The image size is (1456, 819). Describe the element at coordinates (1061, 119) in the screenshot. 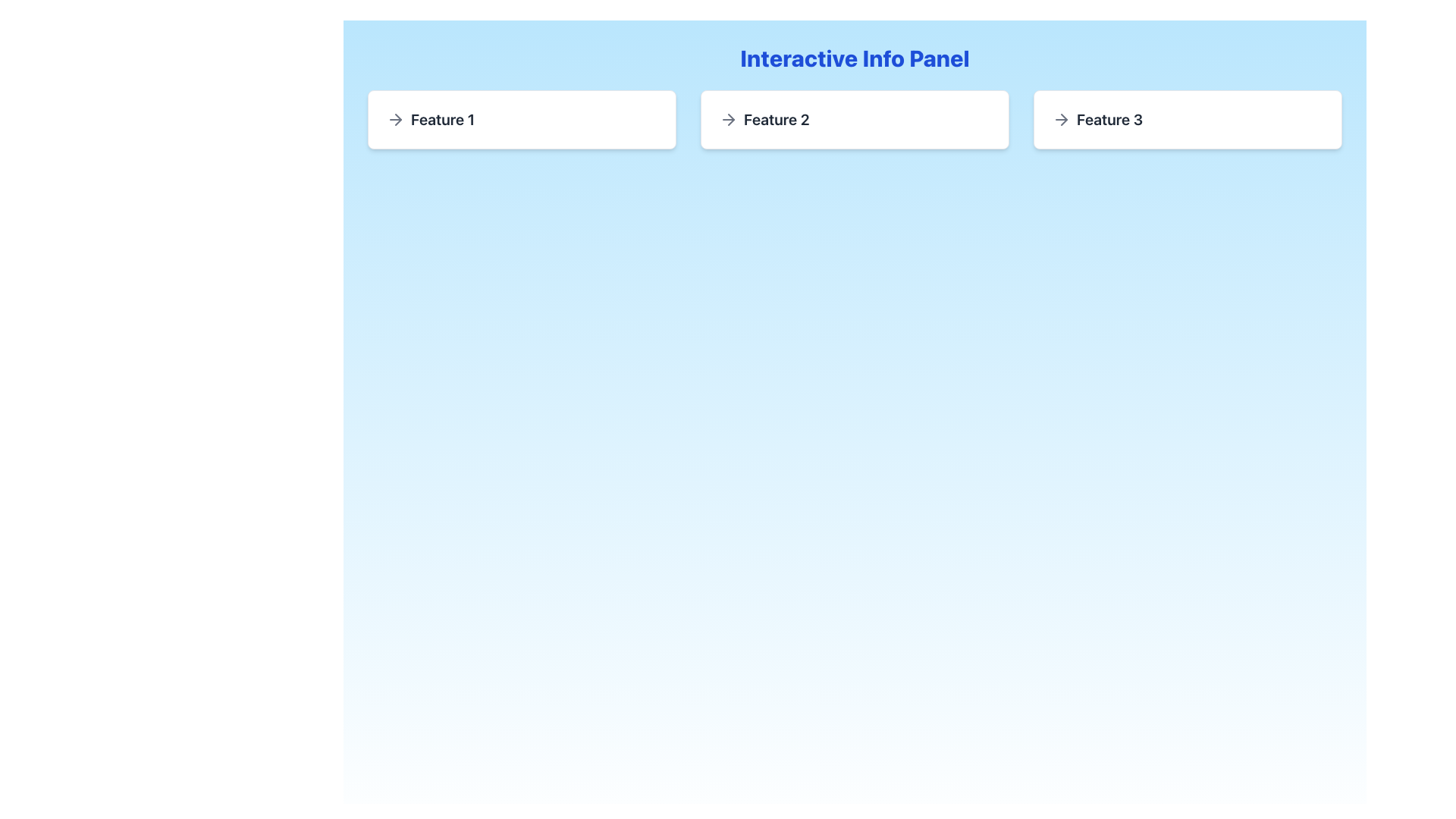

I see `the arrow icon located in the top-right portion of the 'Feature 3' section, which serves as a directional indicator for navigating to additional information` at that location.